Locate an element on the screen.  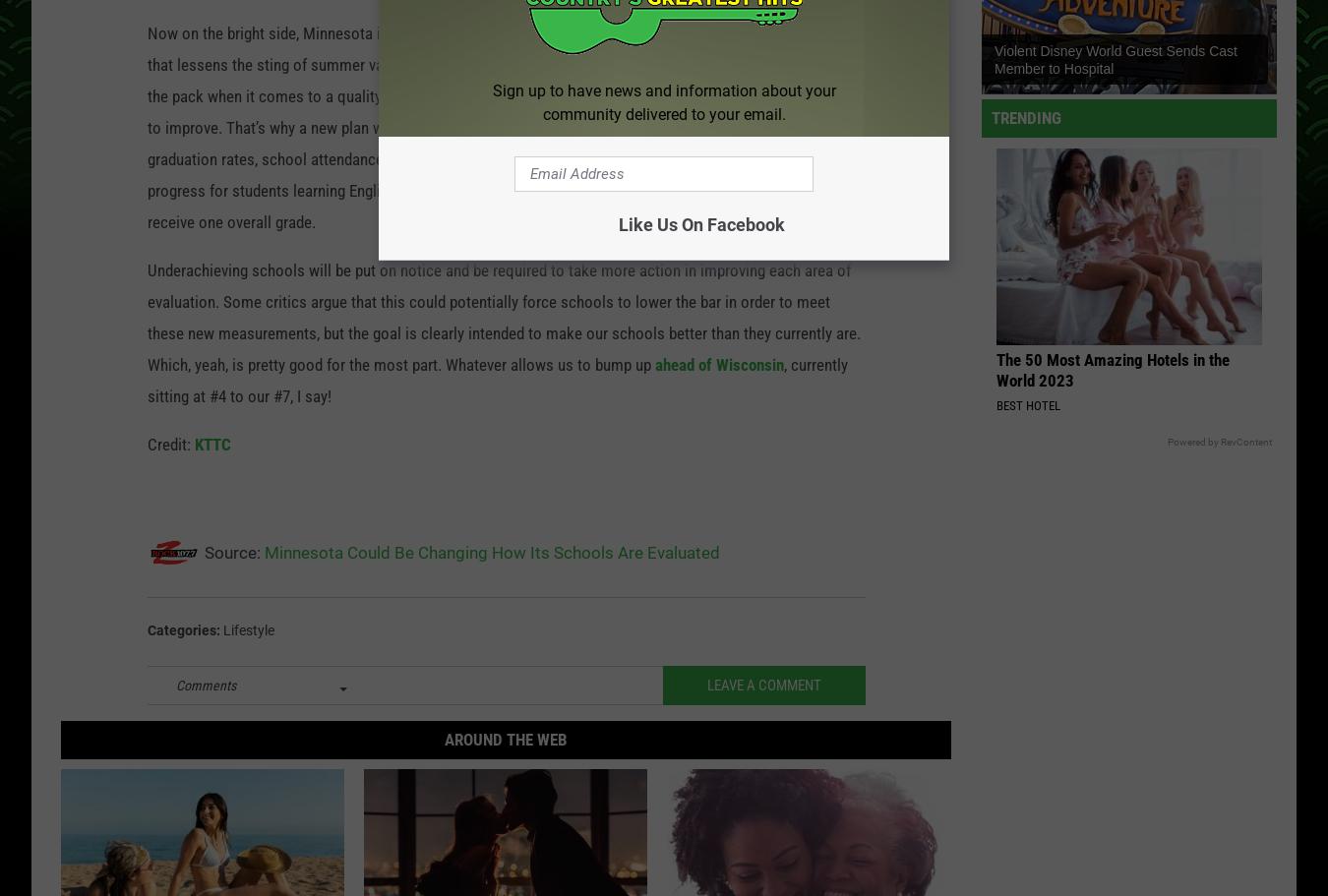
'The 50 Most Amazing Hotels in the World 2023' is located at coordinates (1112, 373).